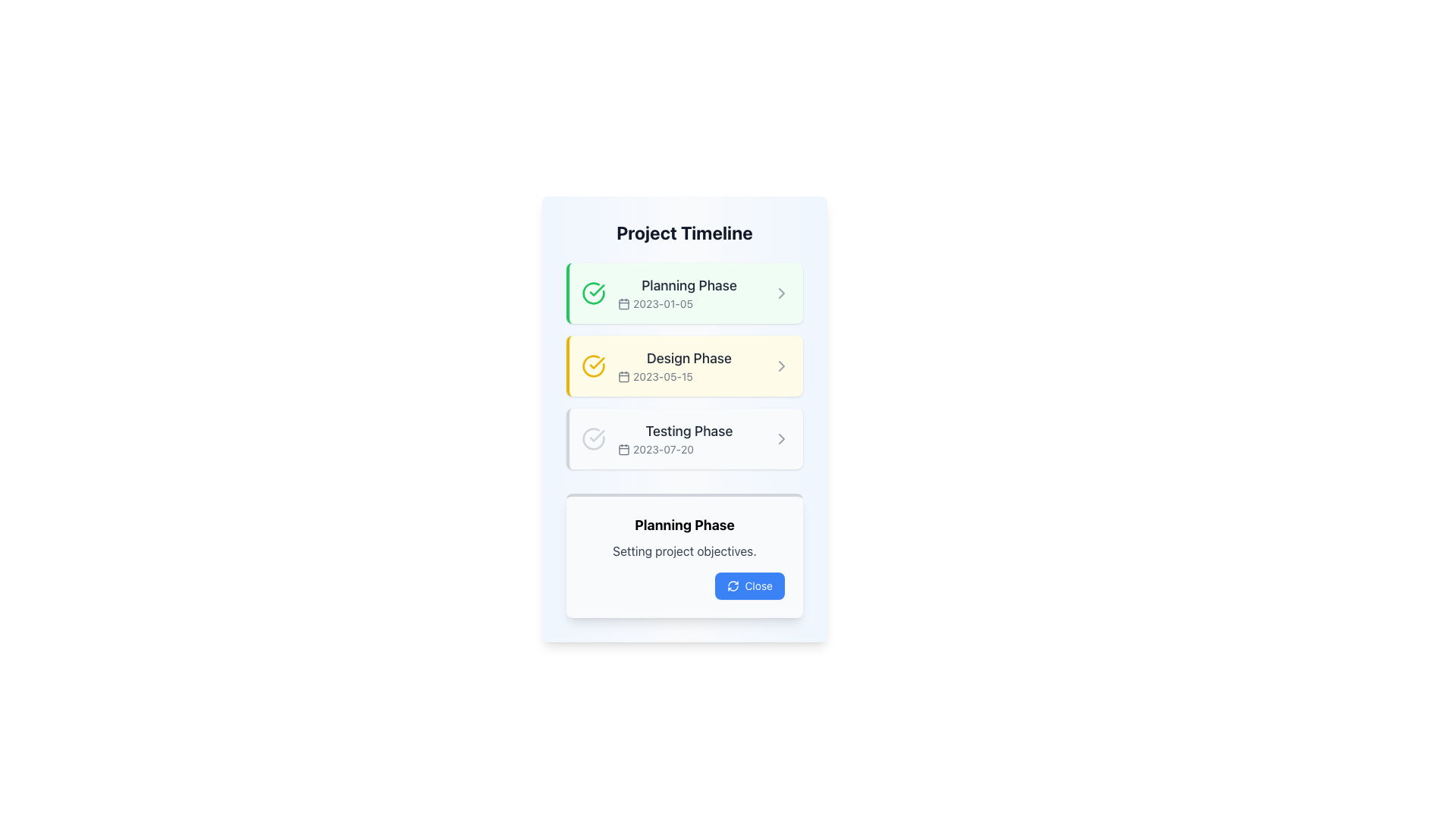 Image resolution: width=1456 pixels, height=819 pixels. I want to click on the completion status icon located at the left side of the third row in the timeline area, adjacent to the 'Testing Phase' label, so click(592, 438).